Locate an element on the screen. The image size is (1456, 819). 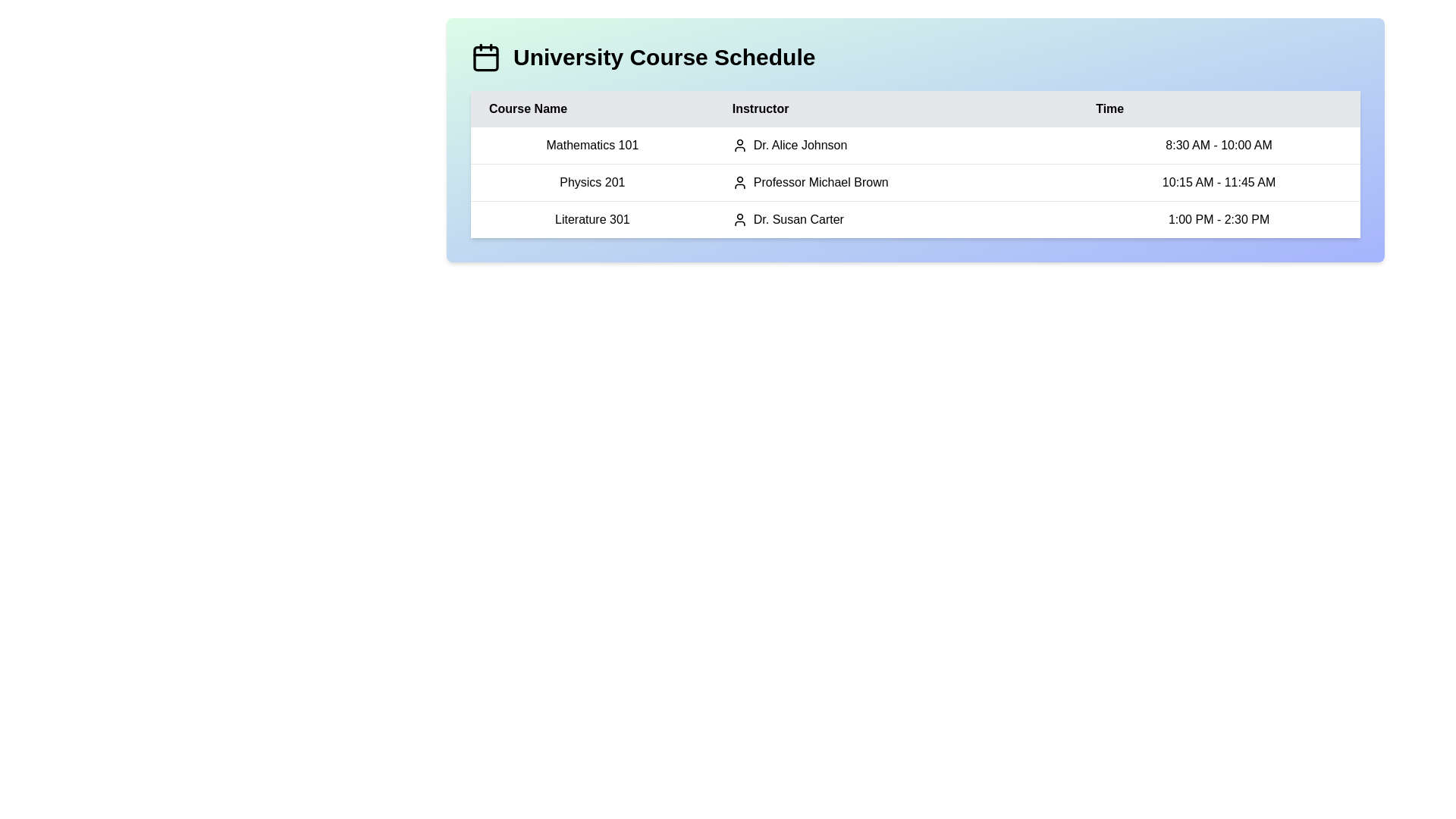
the instructor icon located in the 'Instructor' column of the first row in the course schedule table, which is positioned to the left of the text 'Dr. Alice Johnson' is located at coordinates (739, 146).